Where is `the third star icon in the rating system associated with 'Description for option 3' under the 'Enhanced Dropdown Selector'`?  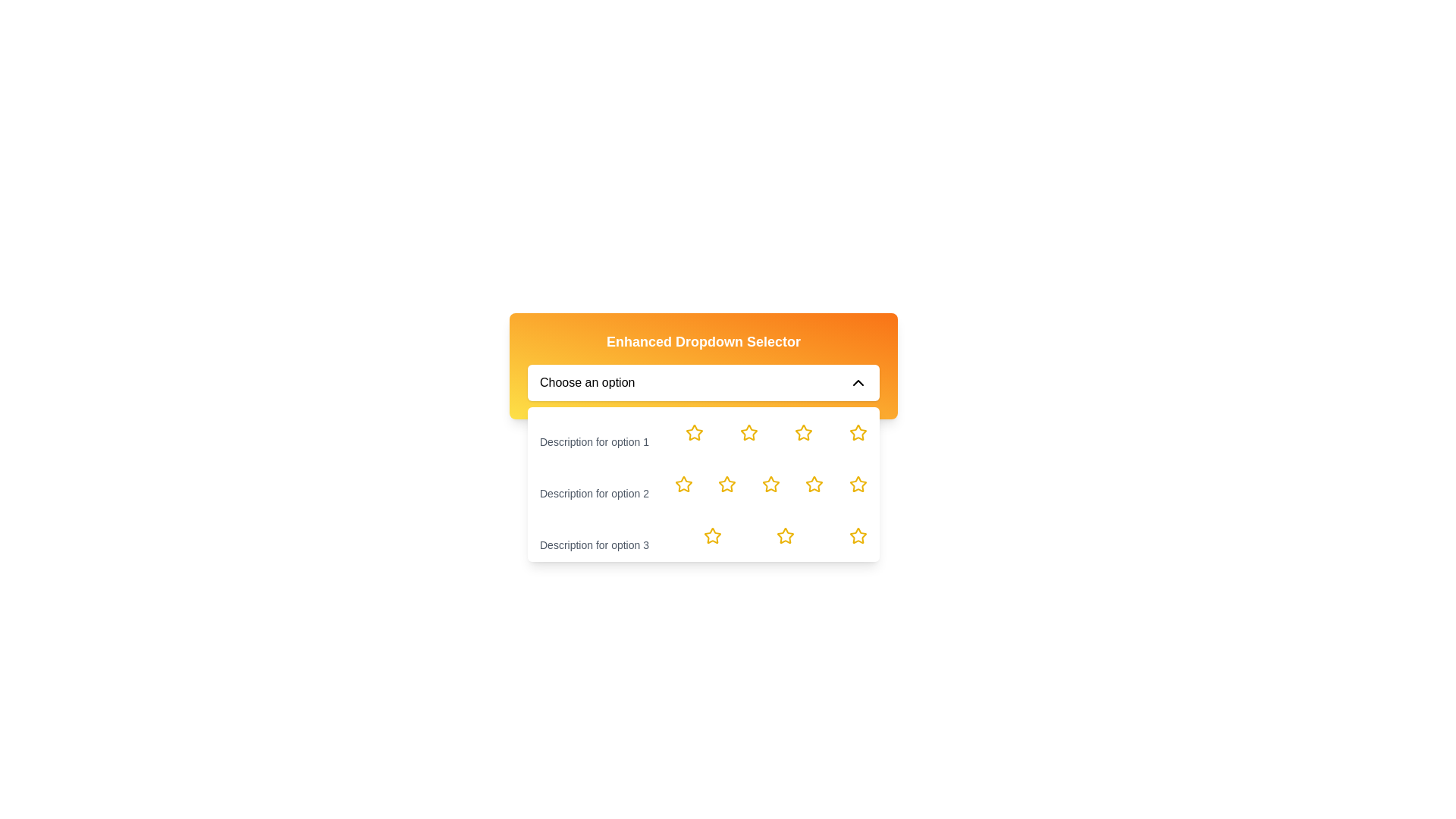 the third star icon in the rating system associated with 'Description for option 3' under the 'Enhanced Dropdown Selector' is located at coordinates (786, 535).